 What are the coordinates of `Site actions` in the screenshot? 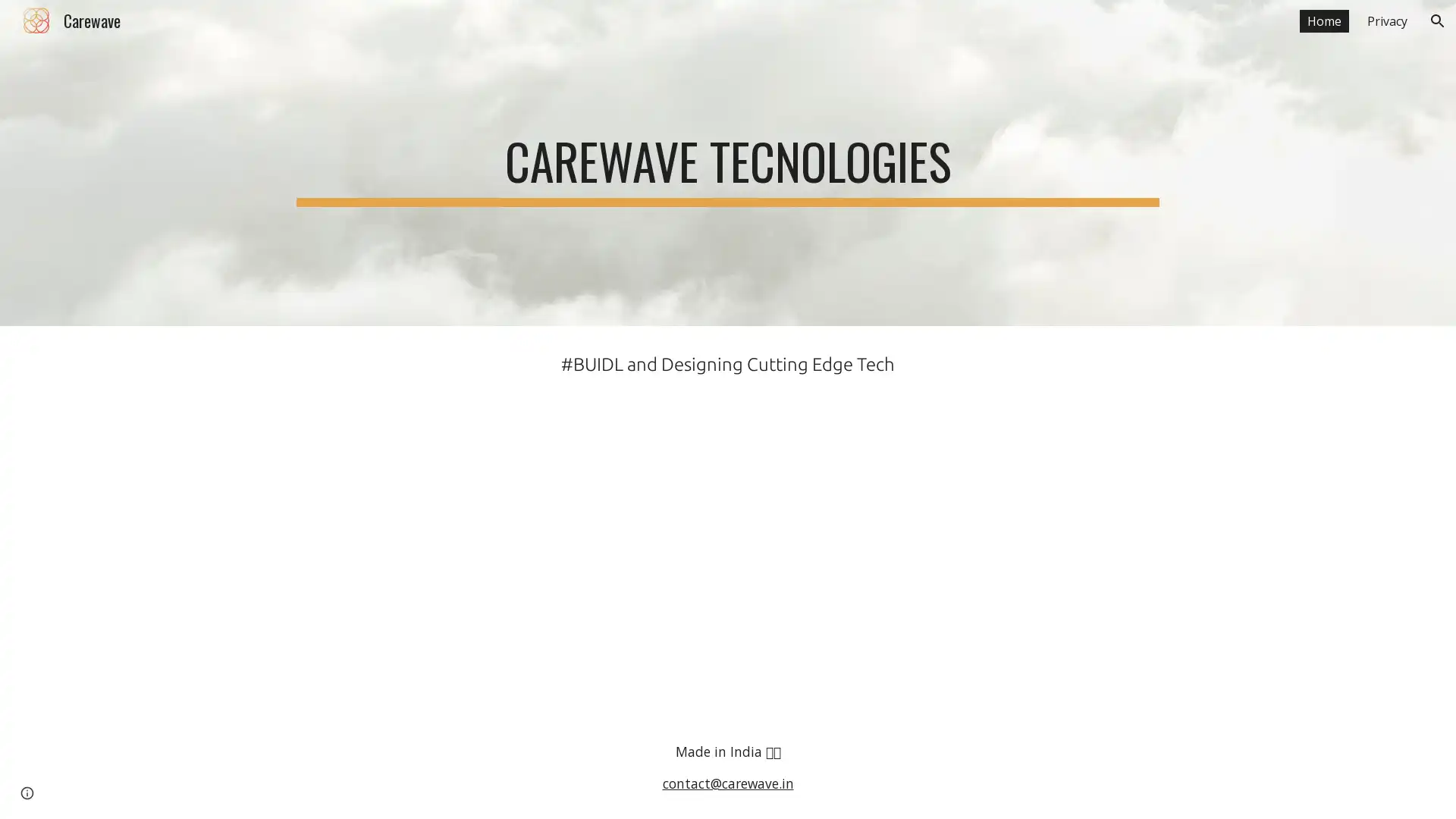 It's located at (27, 792).